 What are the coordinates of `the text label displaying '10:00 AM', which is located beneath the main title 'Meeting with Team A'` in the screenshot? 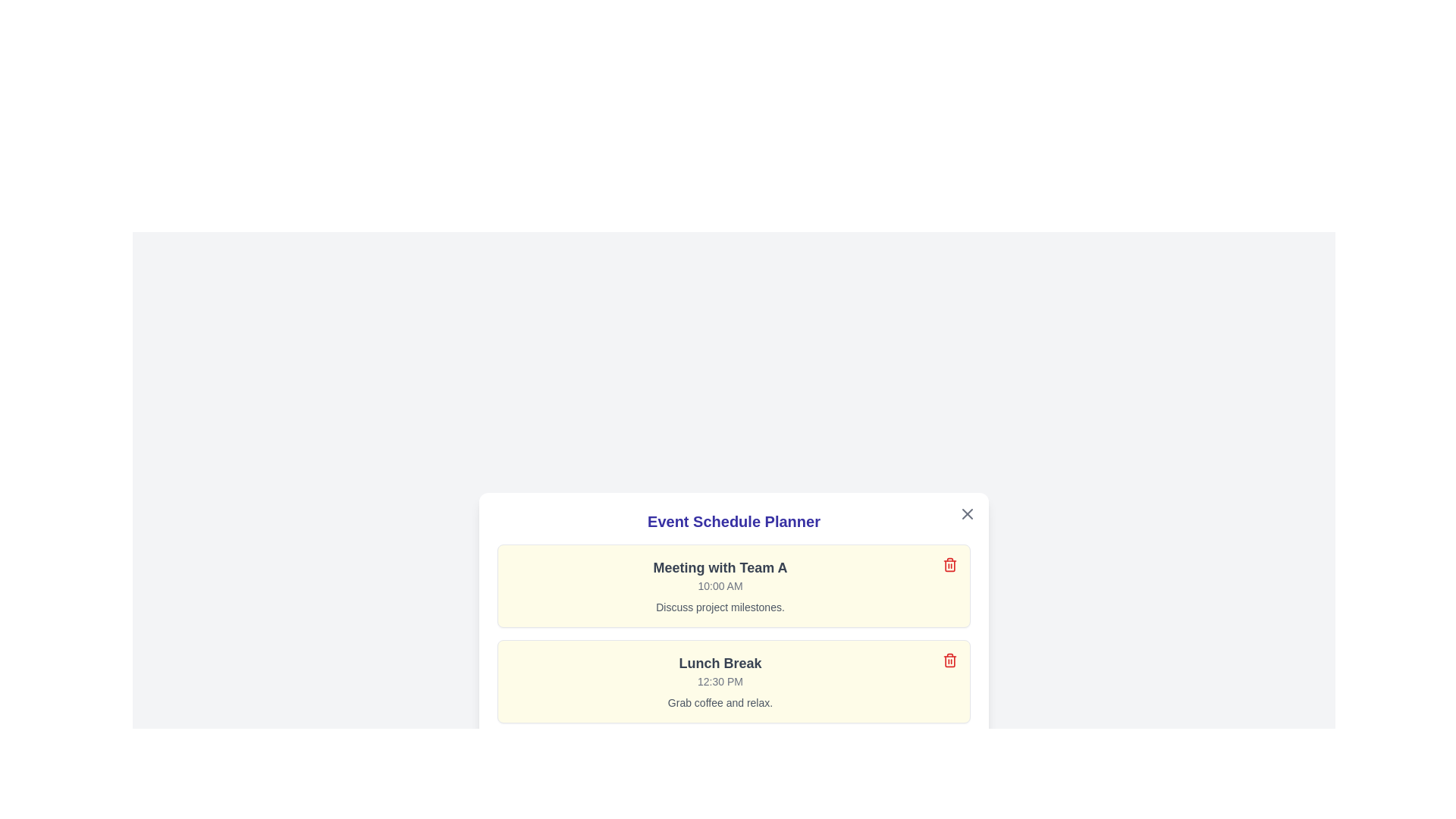 It's located at (720, 585).